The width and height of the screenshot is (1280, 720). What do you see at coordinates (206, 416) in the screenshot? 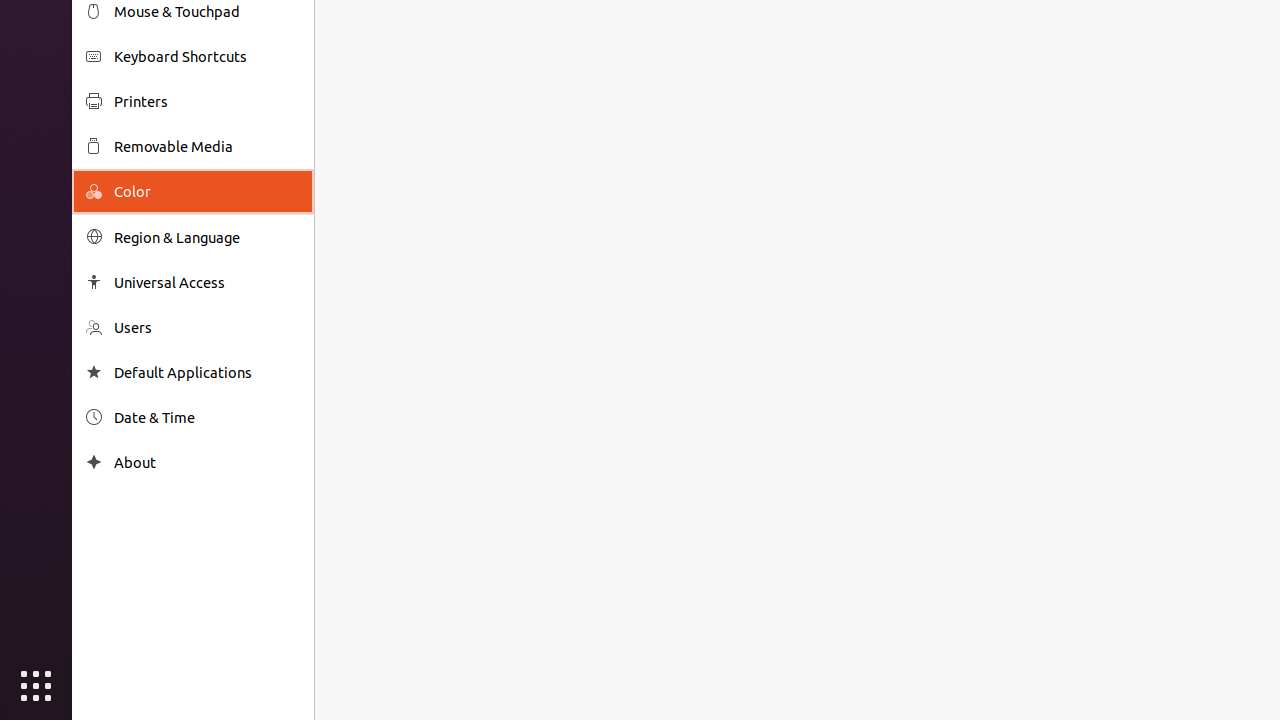
I see `'Date & Time'` at bounding box center [206, 416].